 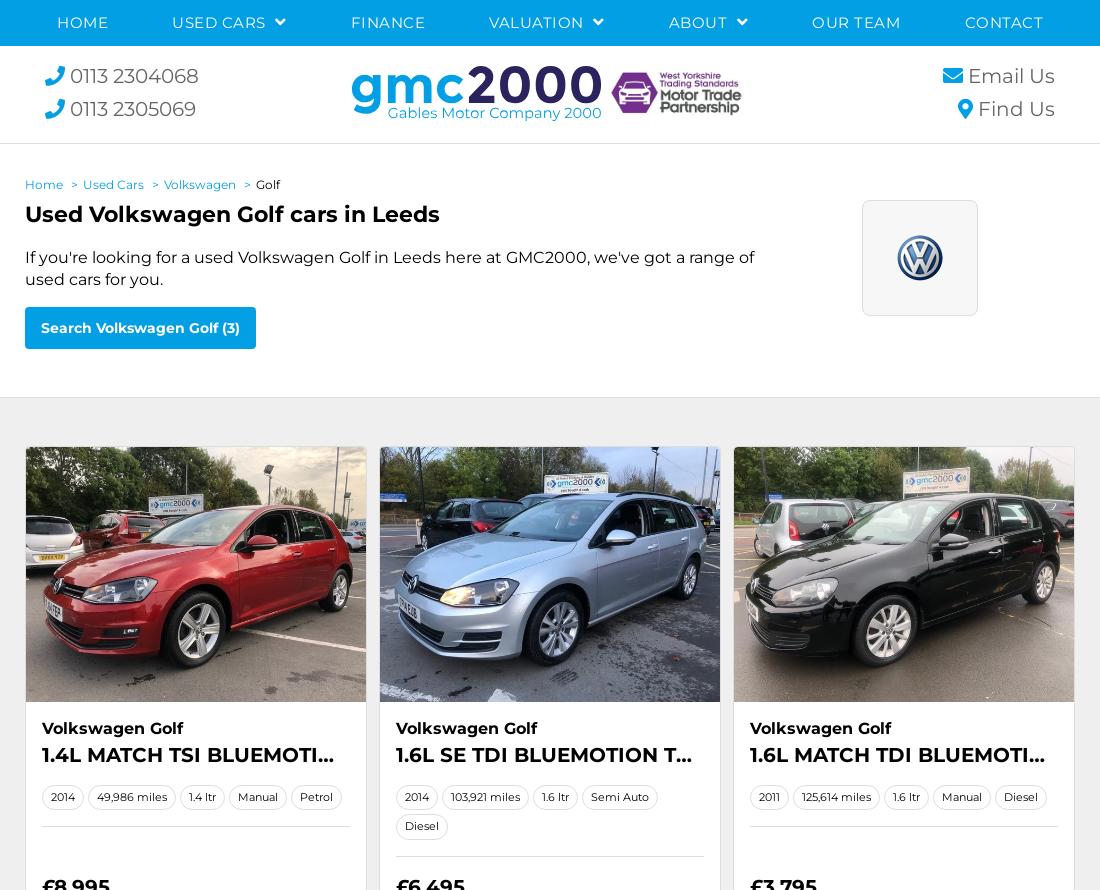 What do you see at coordinates (538, 22) in the screenshot?
I see `'Valuation'` at bounding box center [538, 22].